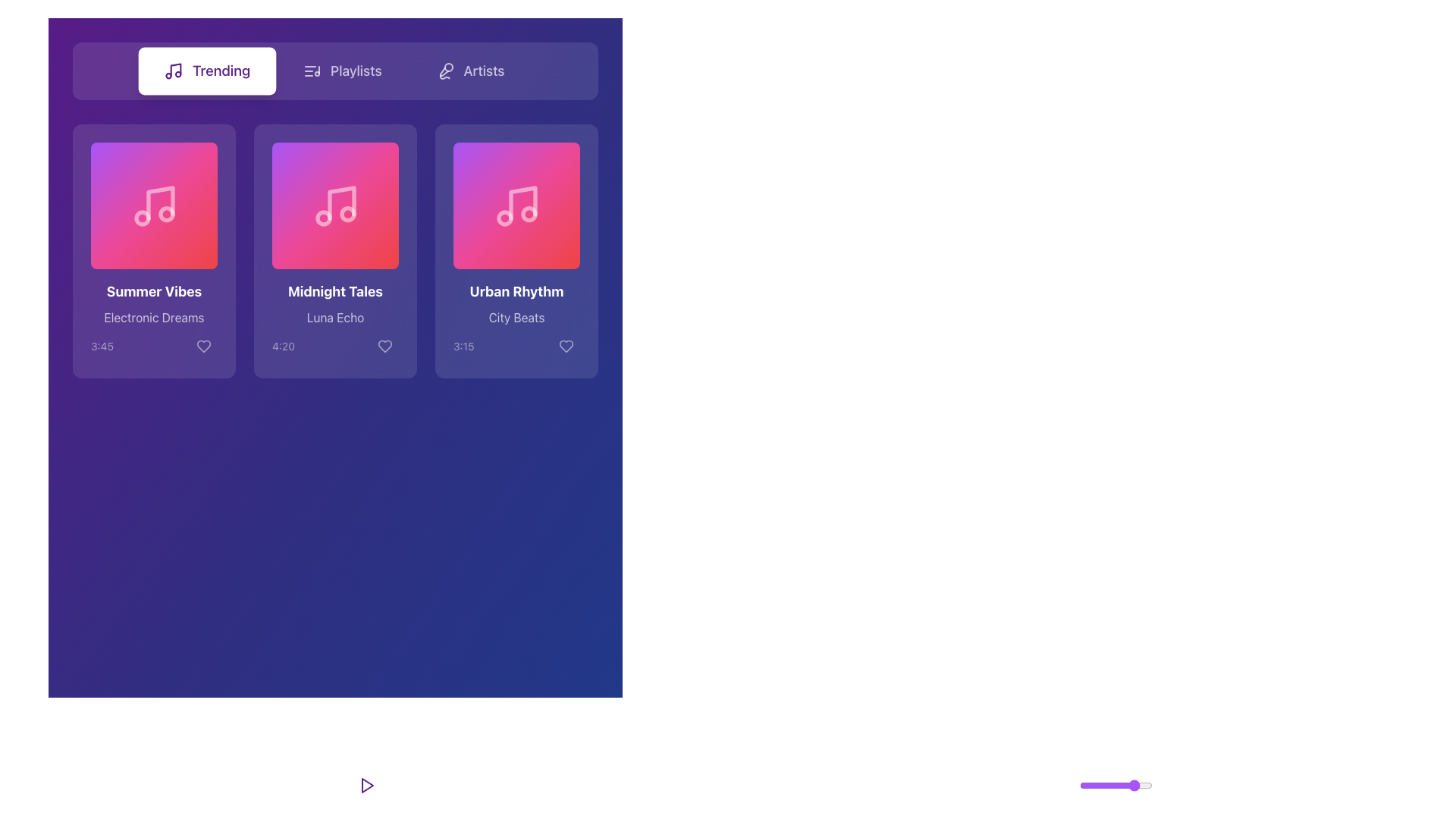 Image resolution: width=1456 pixels, height=819 pixels. I want to click on the slider, so click(1149, 785).